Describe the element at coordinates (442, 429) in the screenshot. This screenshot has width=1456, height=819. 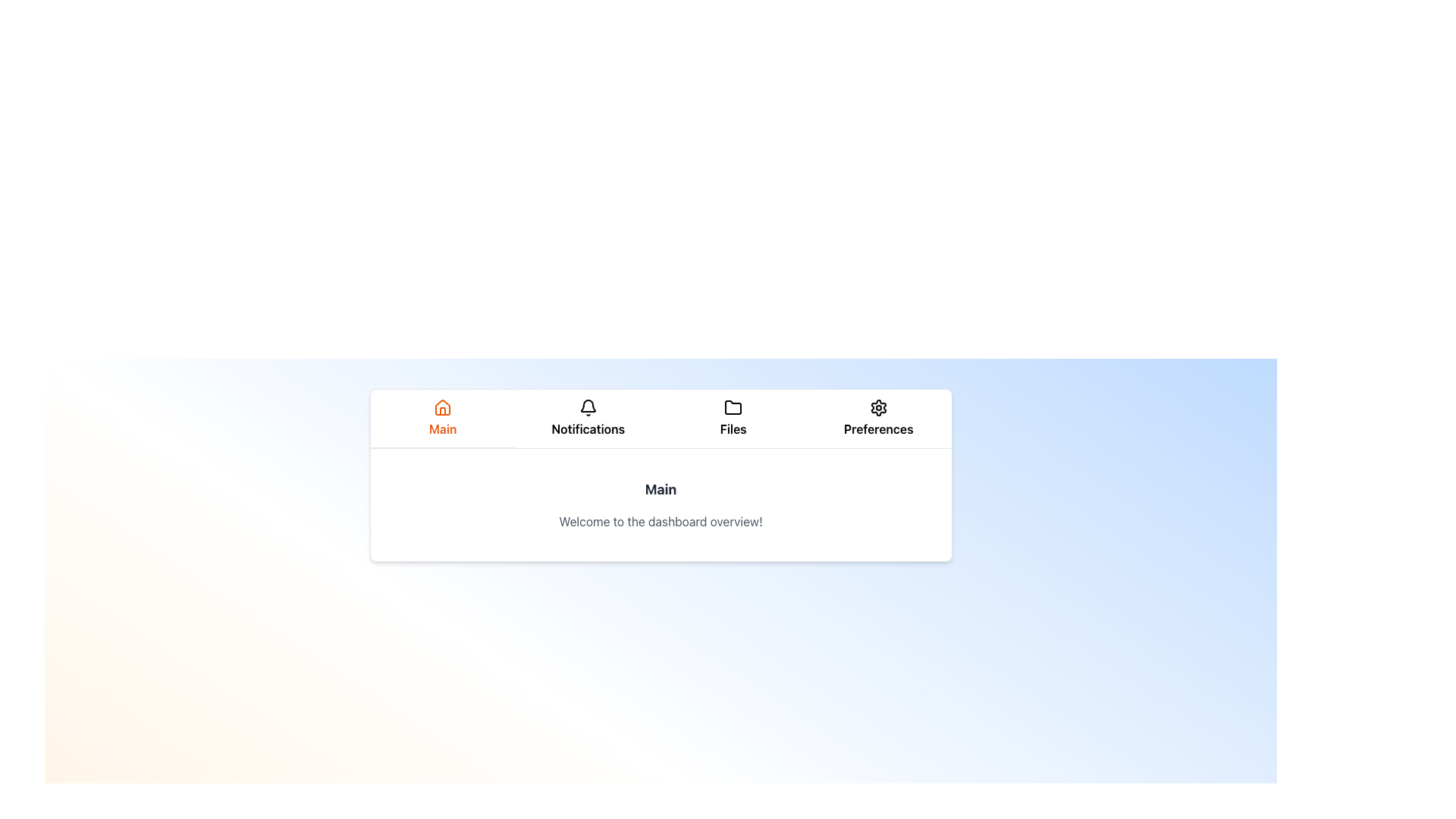
I see `displayed text from the 'Main' label located in the navigation bar, positioned centrally beneath the house-shaped icon` at that location.